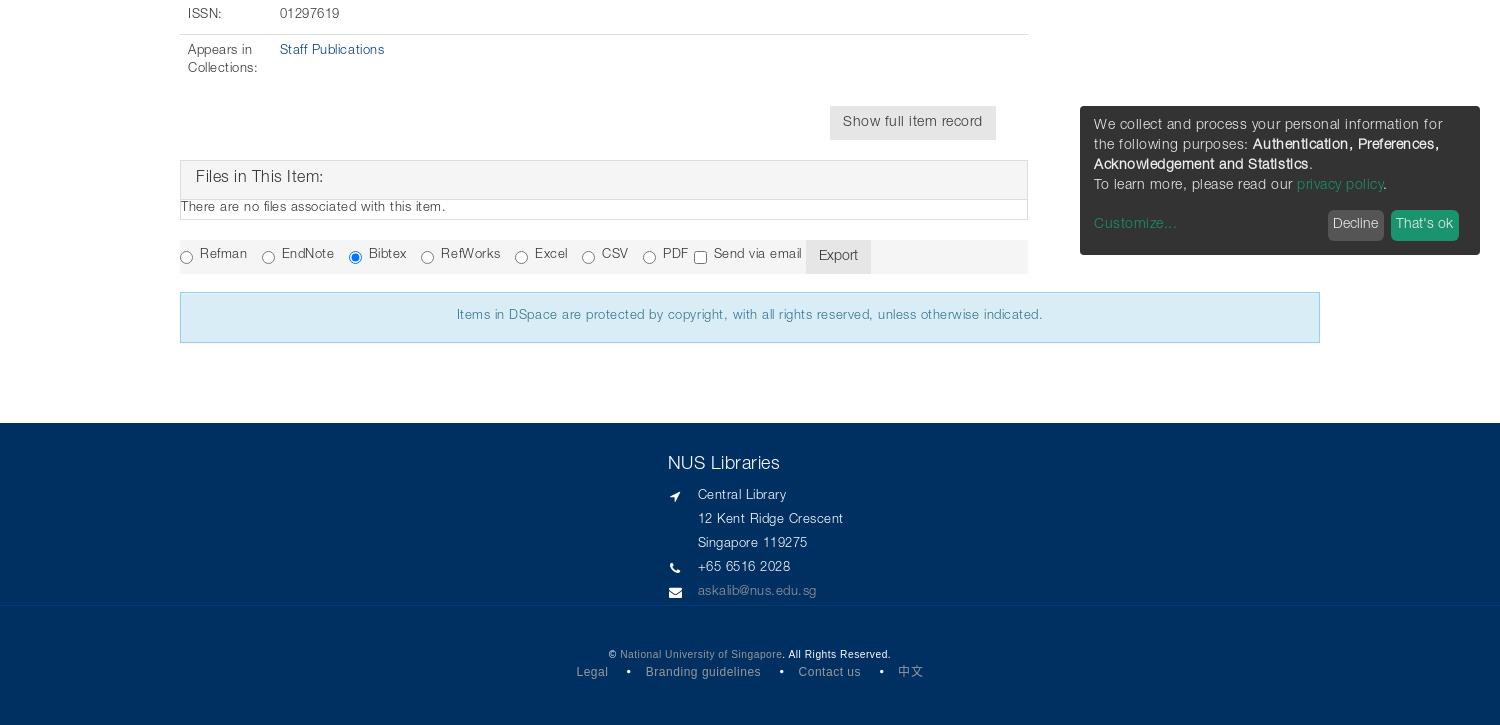  I want to click on 'NUS Libraries', so click(722, 463).